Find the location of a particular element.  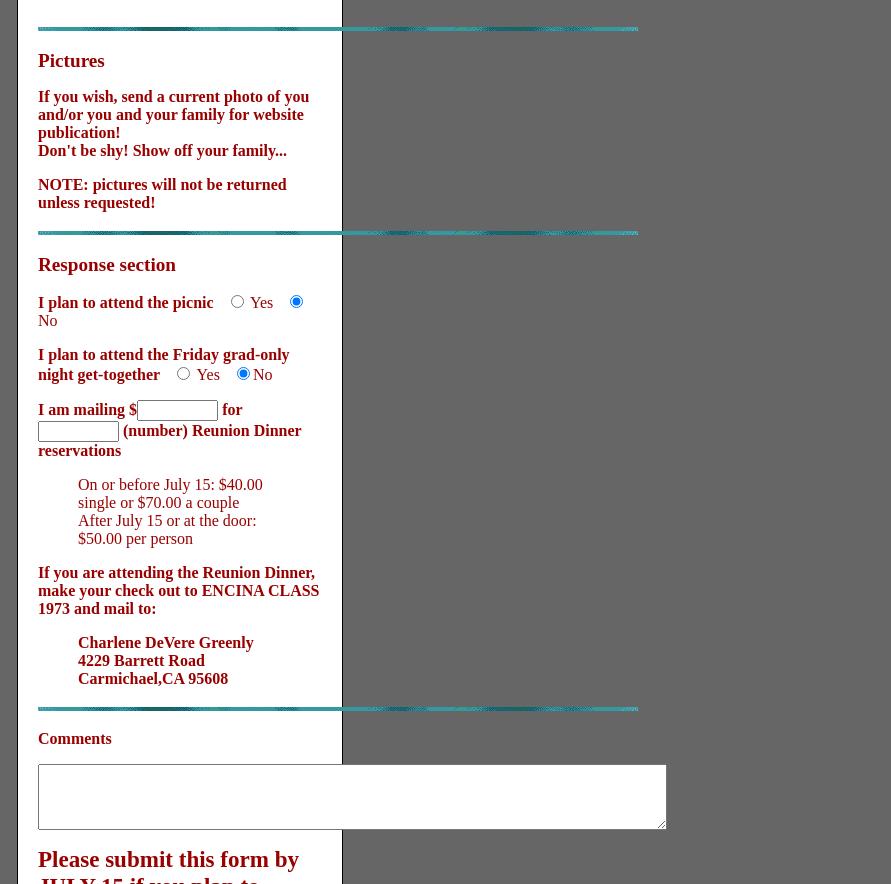

'I plan to attend the picnic' is located at coordinates (124, 302).